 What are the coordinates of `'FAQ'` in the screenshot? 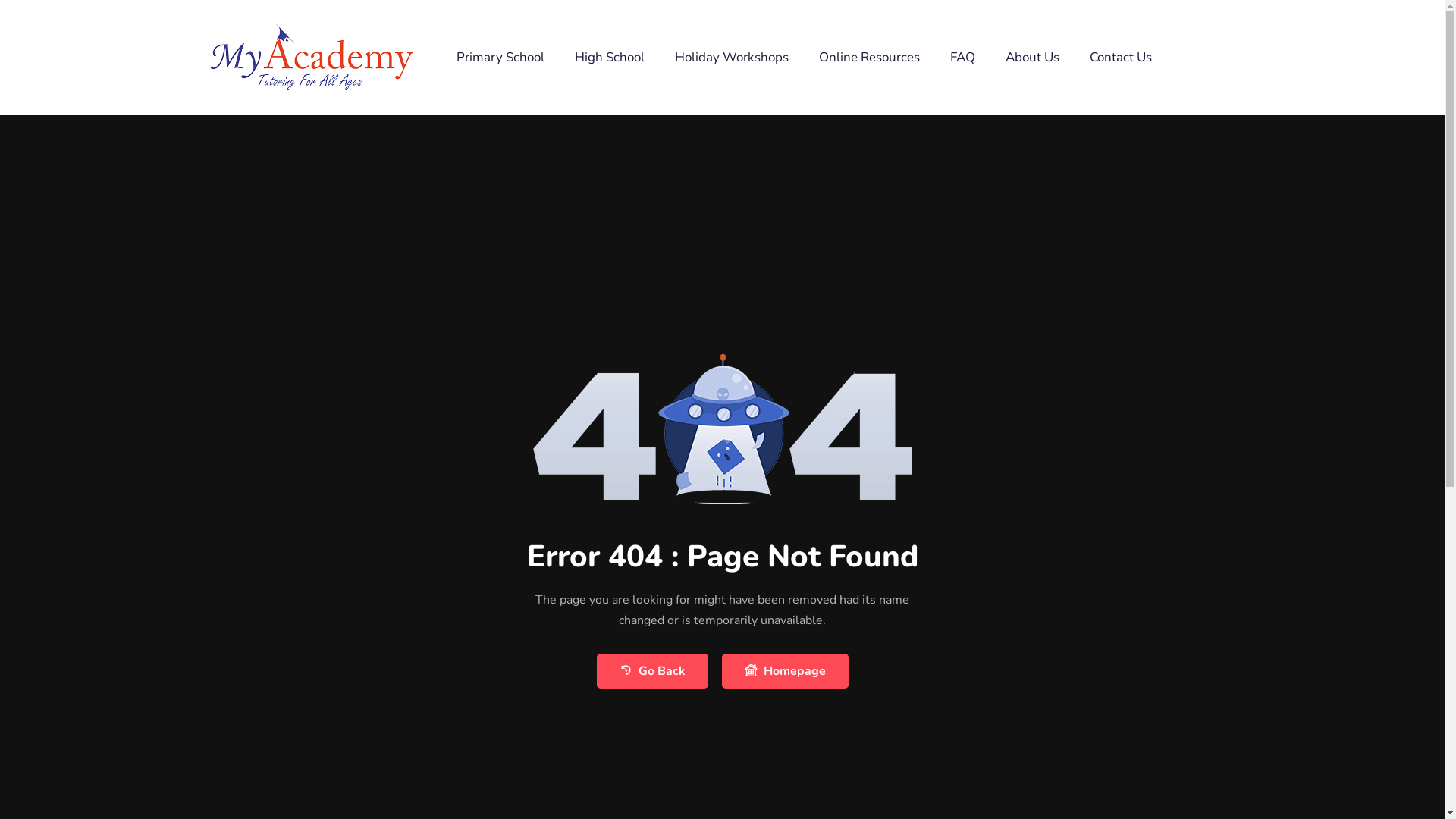 It's located at (962, 55).